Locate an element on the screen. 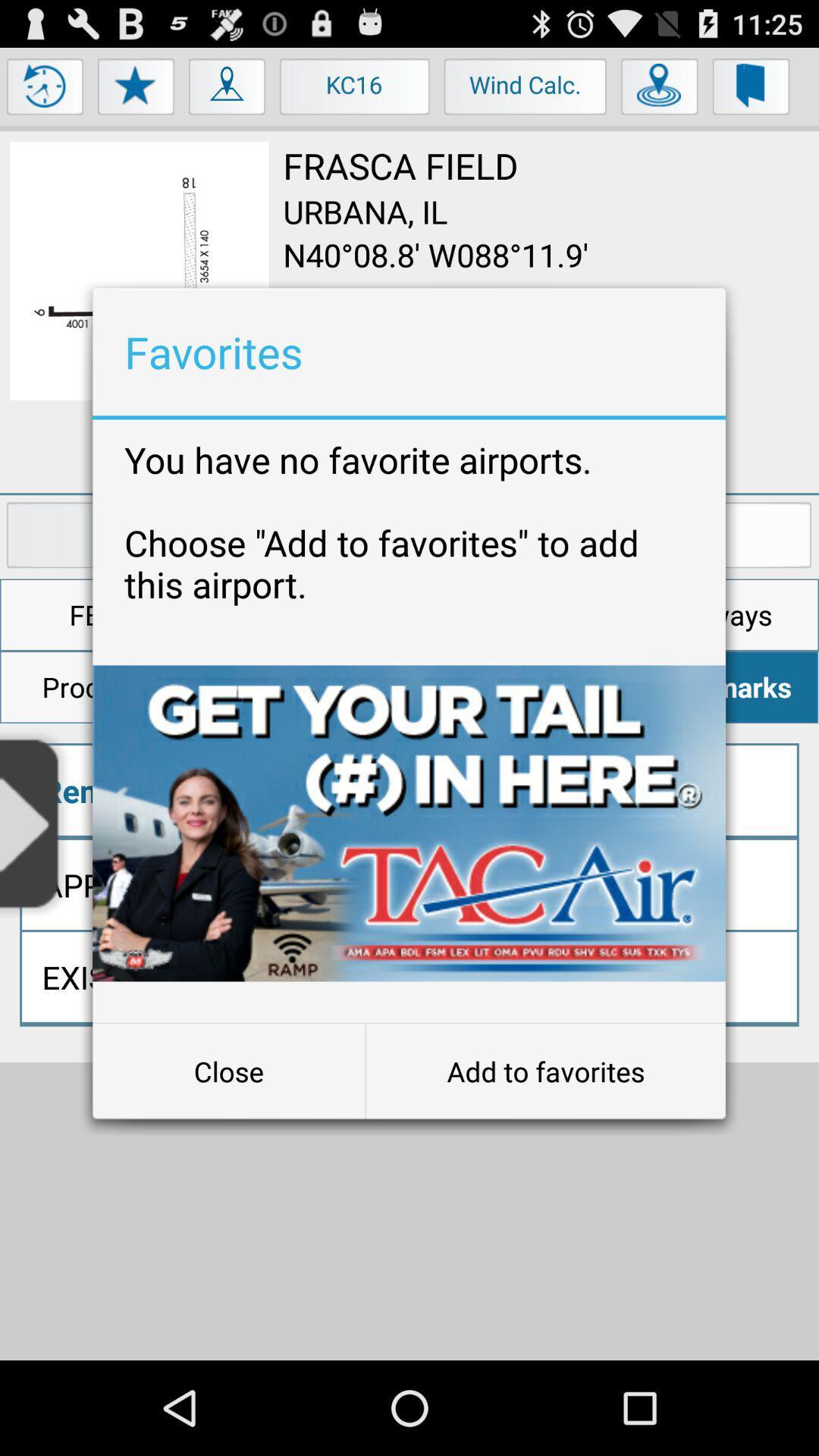 This screenshot has width=819, height=1456. the button next to add to favorites item is located at coordinates (228, 1070).